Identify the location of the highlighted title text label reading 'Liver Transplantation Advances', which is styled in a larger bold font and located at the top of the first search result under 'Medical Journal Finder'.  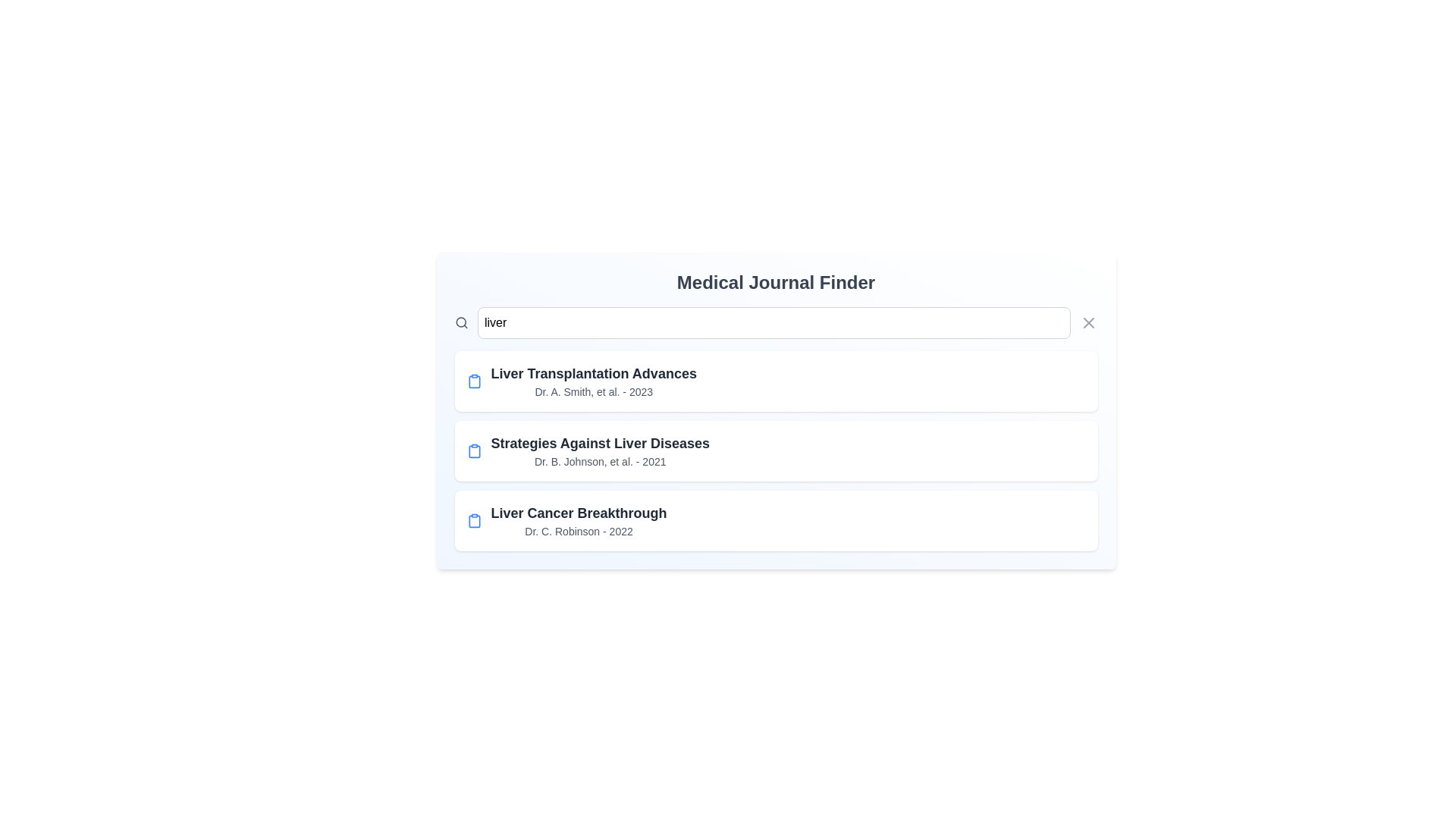
(593, 374).